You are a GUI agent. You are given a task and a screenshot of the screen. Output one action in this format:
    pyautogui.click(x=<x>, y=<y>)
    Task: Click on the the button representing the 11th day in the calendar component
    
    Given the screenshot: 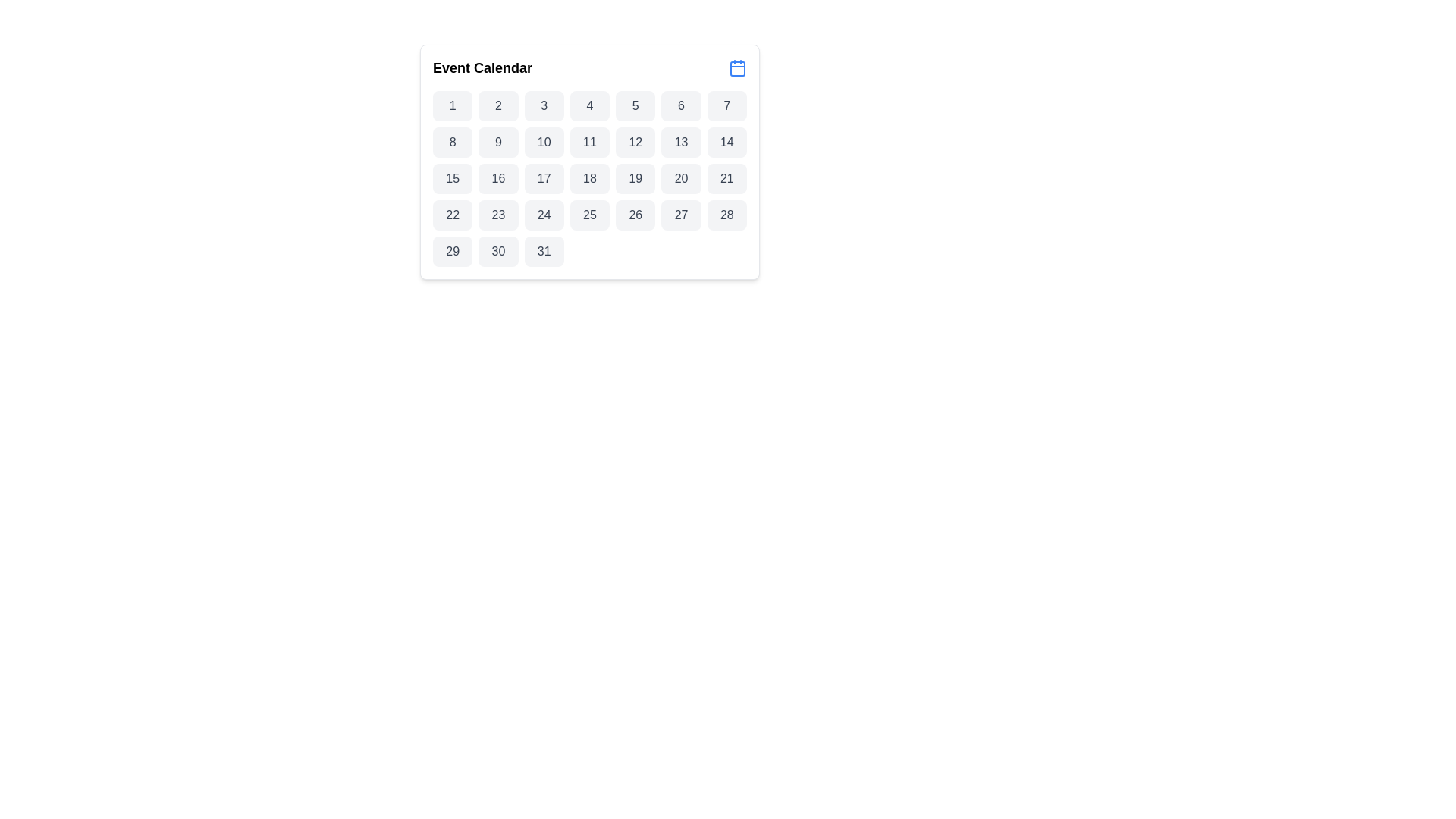 What is the action you would take?
    pyautogui.click(x=588, y=143)
    